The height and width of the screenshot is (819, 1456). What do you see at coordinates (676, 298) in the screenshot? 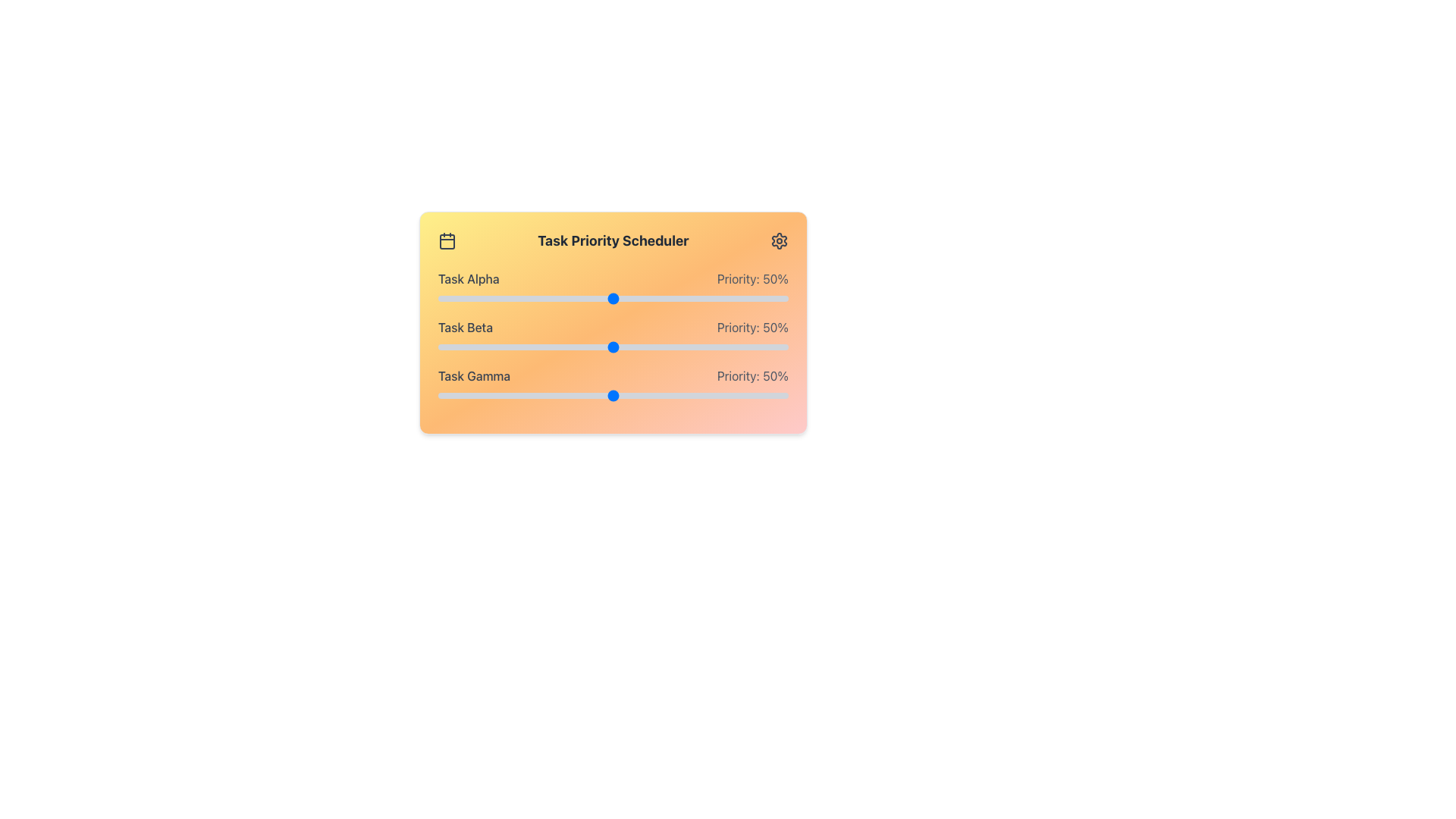
I see `task priority` at bounding box center [676, 298].